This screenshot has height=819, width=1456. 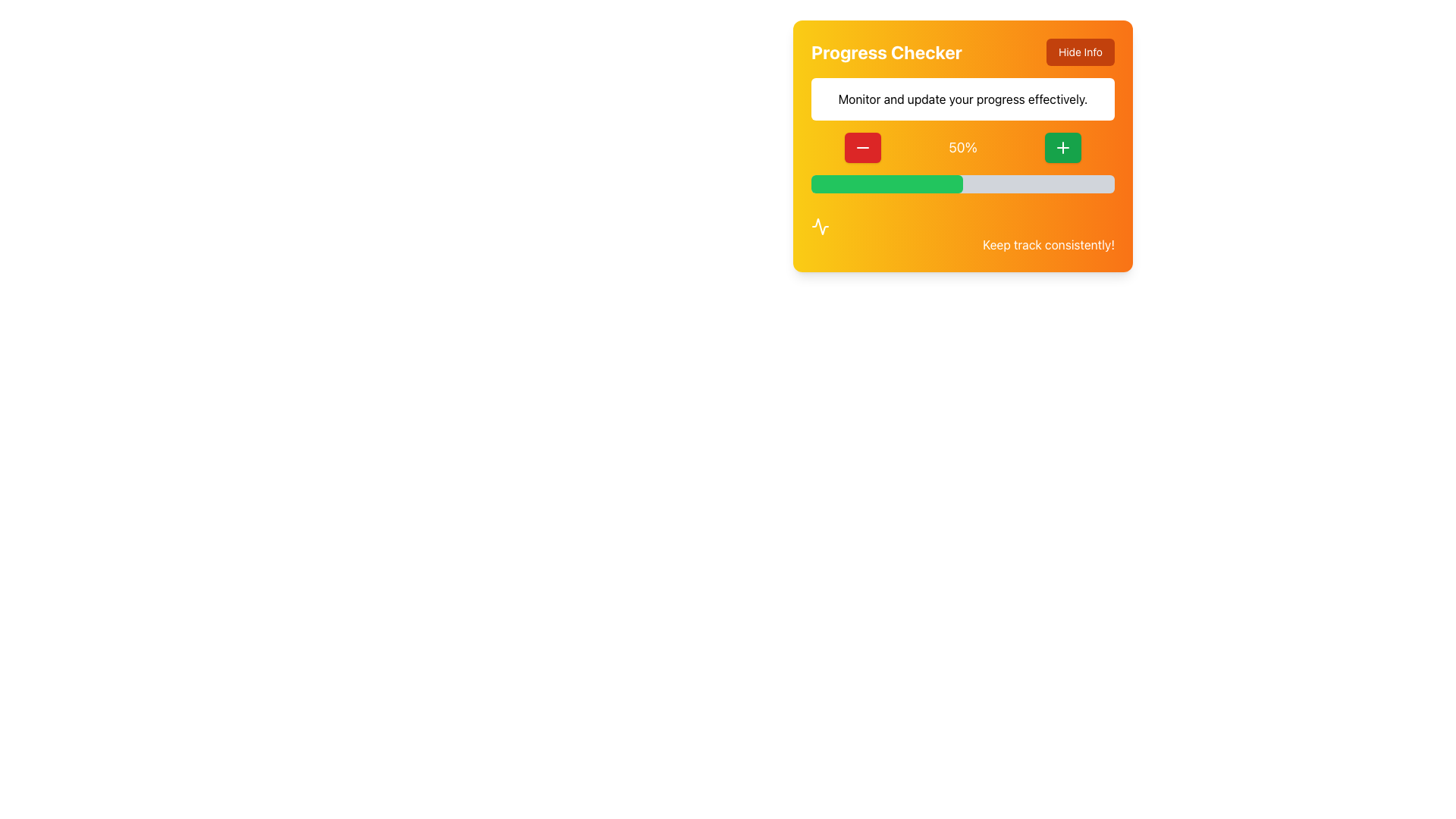 What do you see at coordinates (1080, 52) in the screenshot?
I see `the 'Hide Info' button, which has an orange background and white text` at bounding box center [1080, 52].